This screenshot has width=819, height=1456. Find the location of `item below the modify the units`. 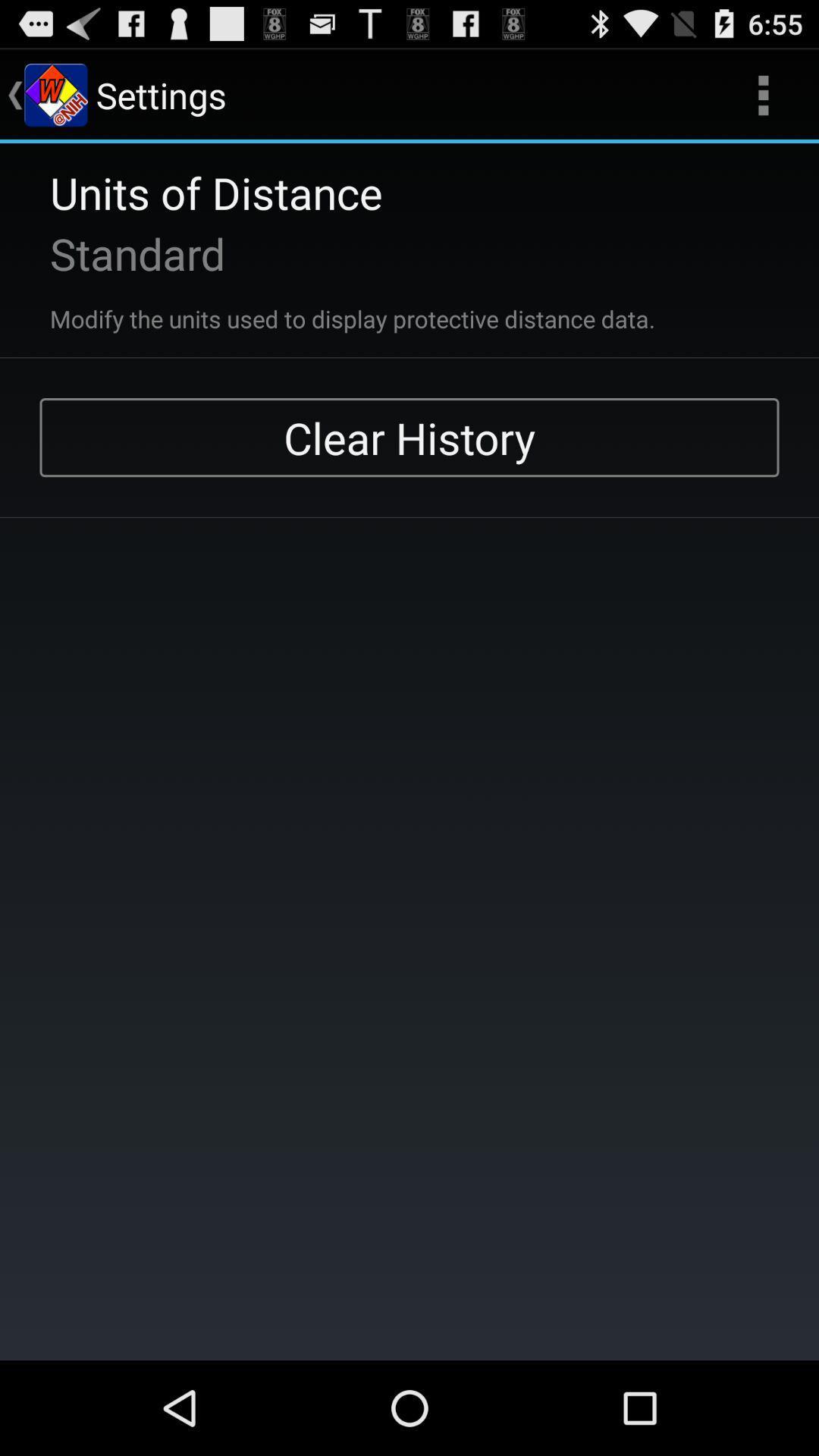

item below the modify the units is located at coordinates (409, 437).